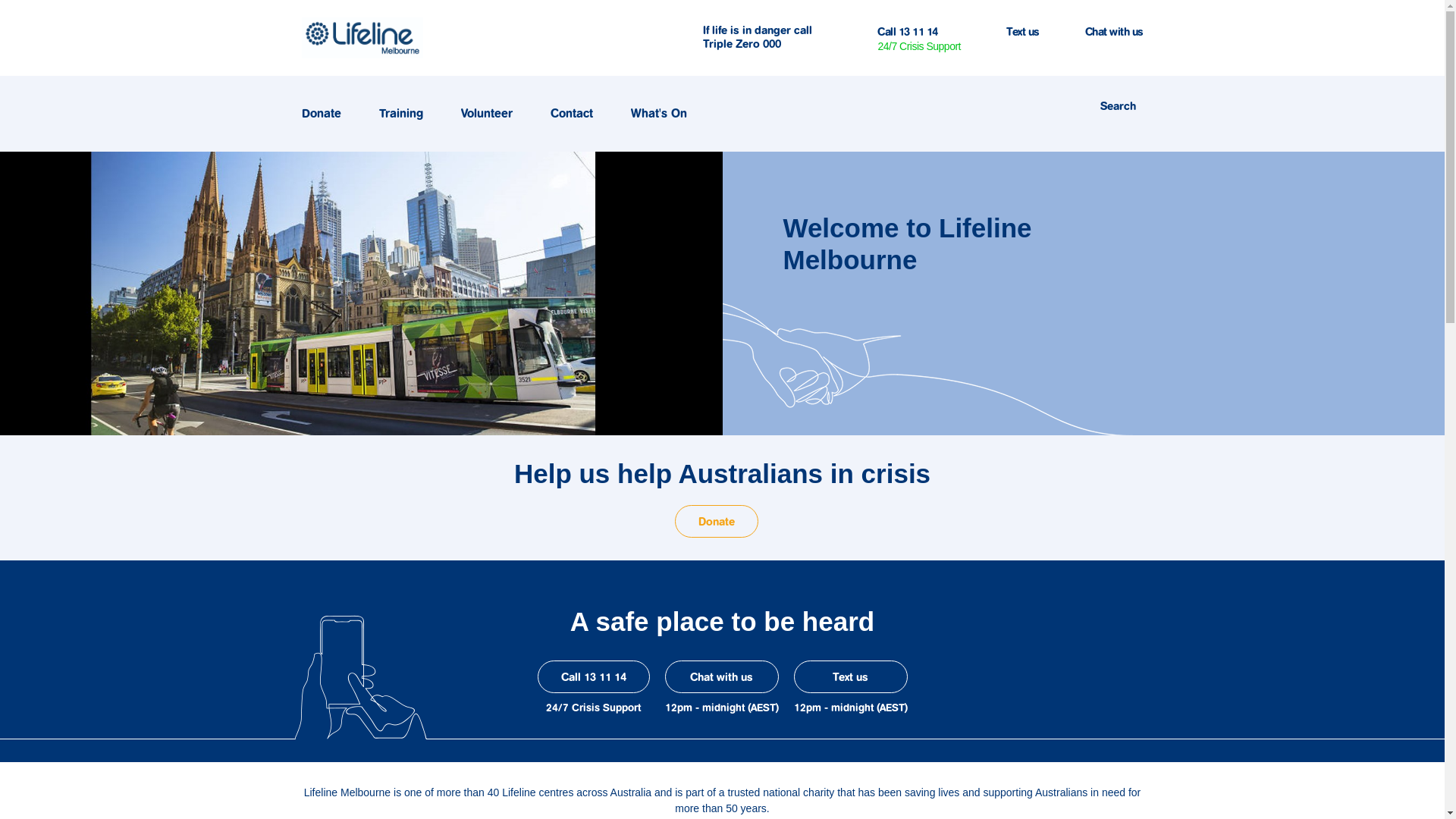 This screenshot has width=1456, height=819. Describe the element at coordinates (1022, 33) in the screenshot. I see `'Text us'` at that location.